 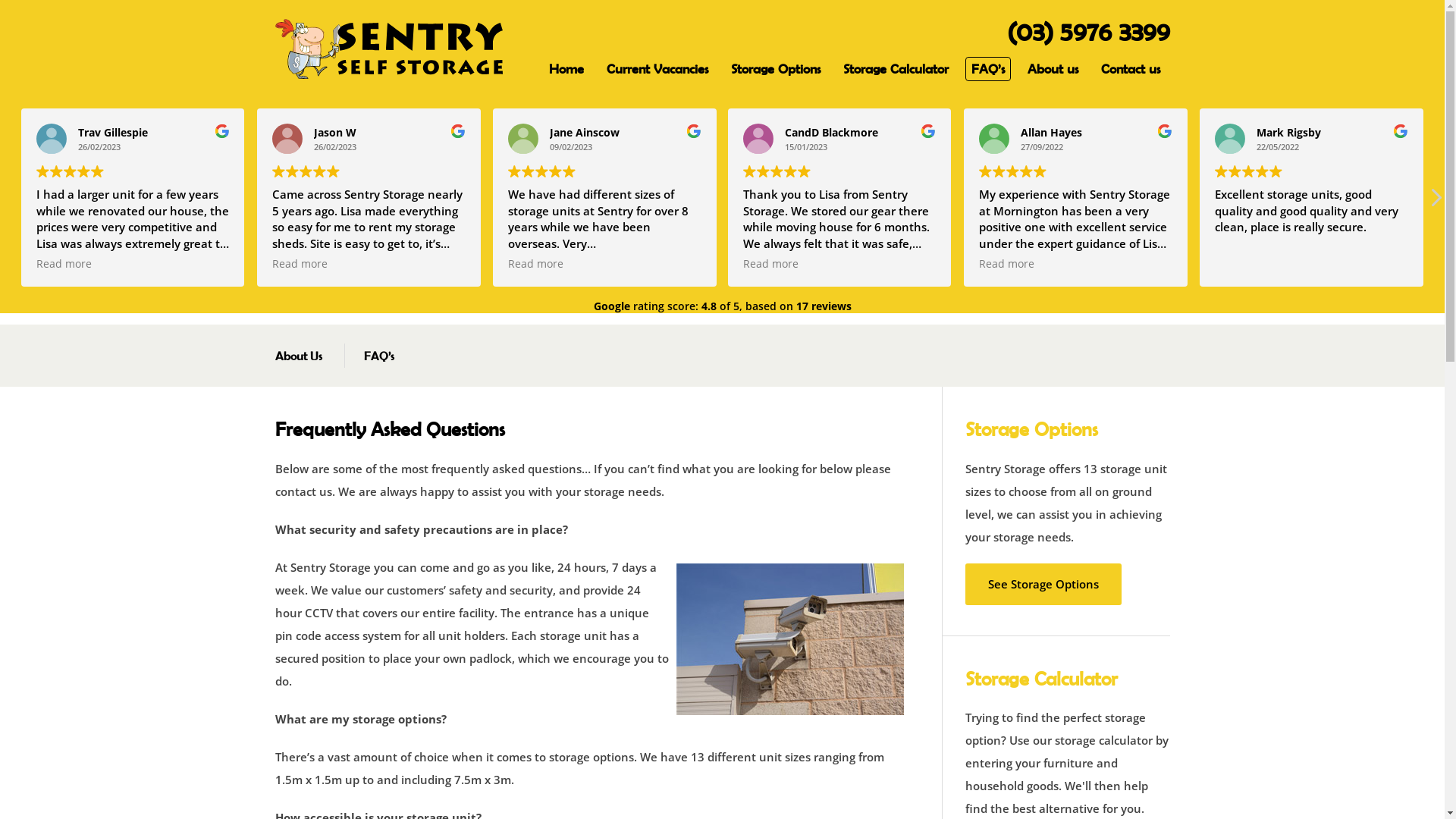 What do you see at coordinates (566, 69) in the screenshot?
I see `'Home'` at bounding box center [566, 69].